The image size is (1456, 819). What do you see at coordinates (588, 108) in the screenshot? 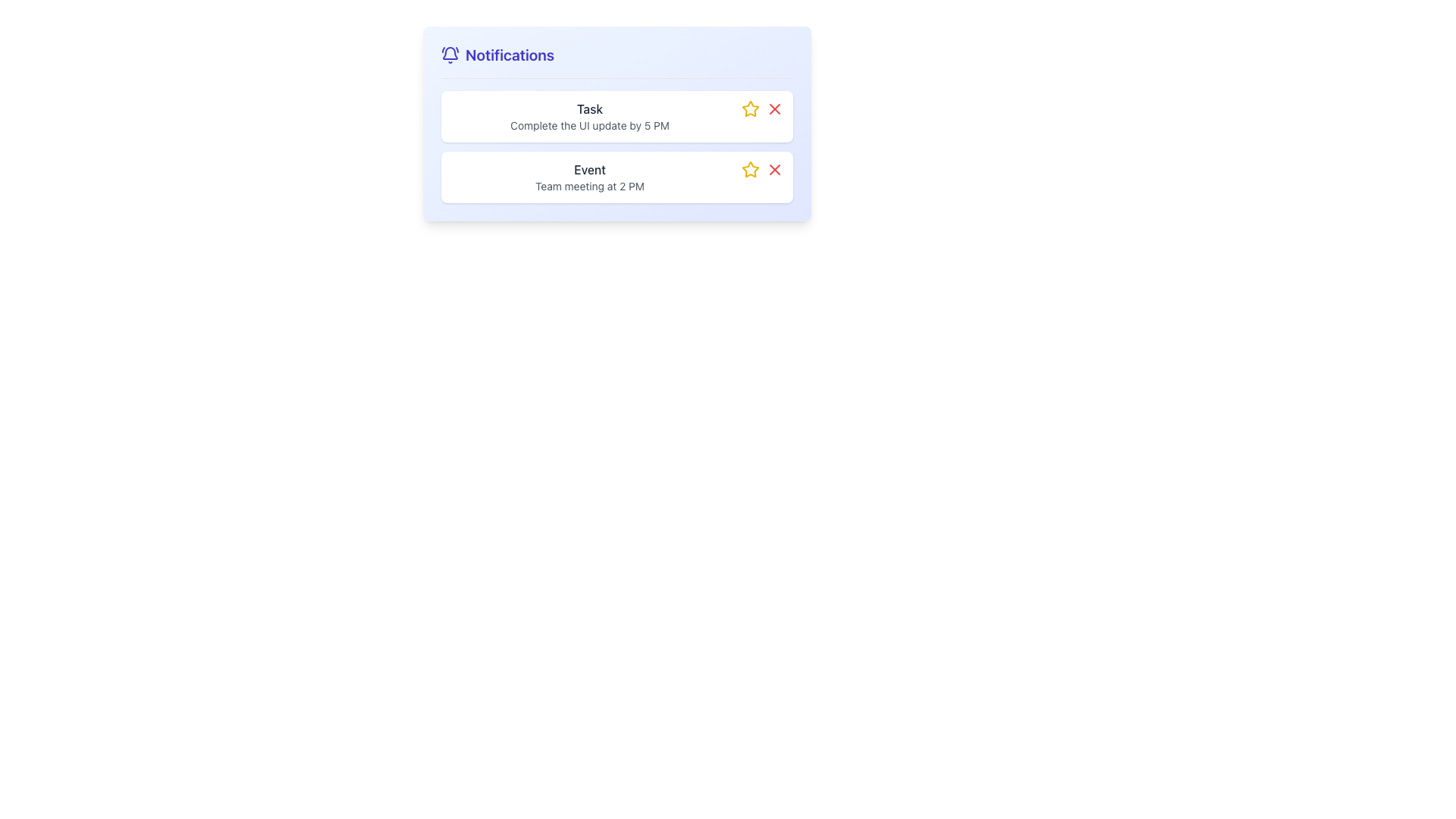
I see `the text element that reads 'Task', which is styled with a medium font weight and gray color, located at the top-left corner of the notification card` at bounding box center [588, 108].